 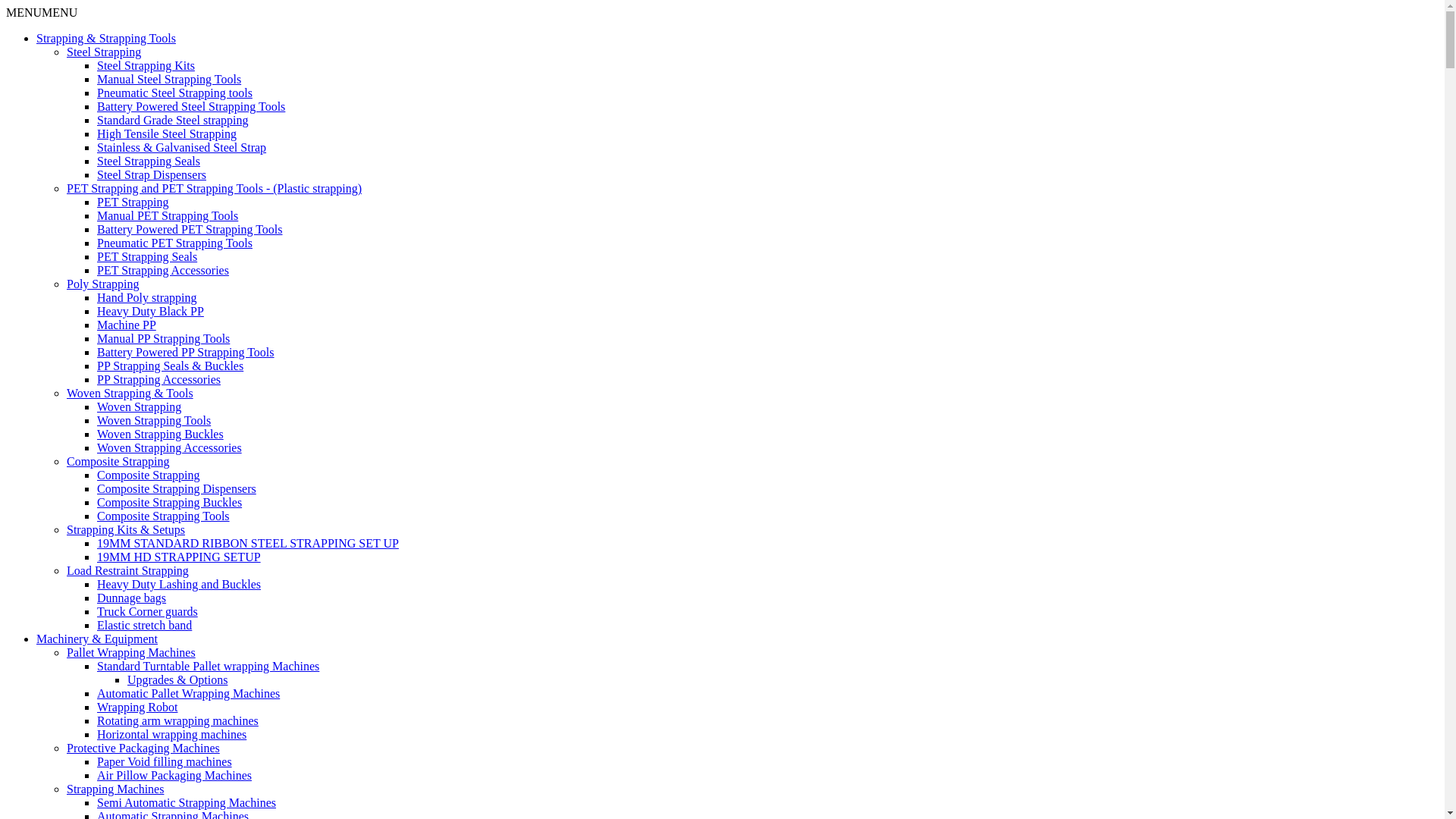 What do you see at coordinates (96, 693) in the screenshot?
I see `'Automatic Pallet Wrapping Machines'` at bounding box center [96, 693].